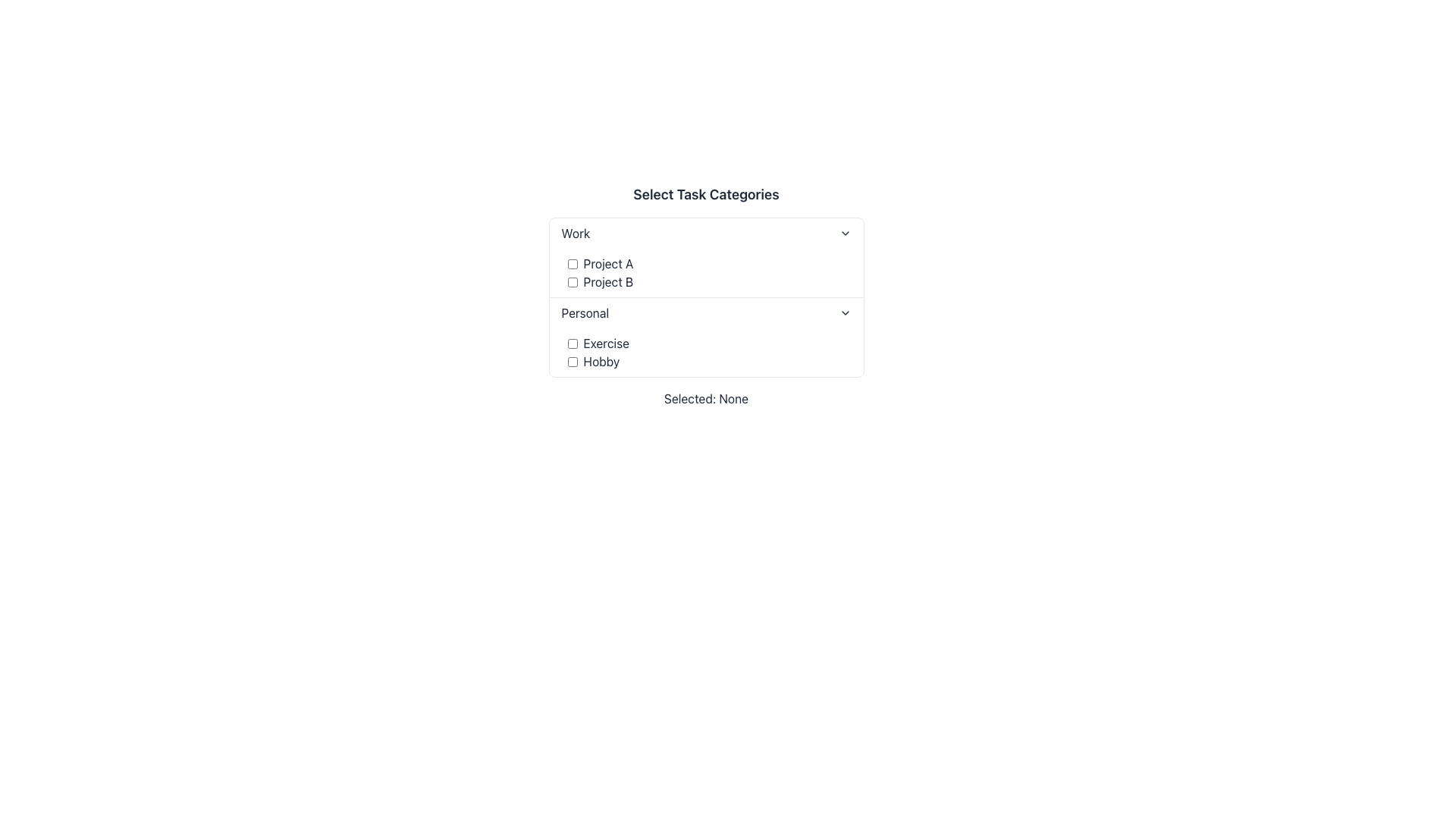 This screenshot has height=819, width=1456. Describe the element at coordinates (608, 262) in the screenshot. I see `the Text label associated with the checkbox in the 'Work' category section to provide descriptive text for the checkbox` at that location.